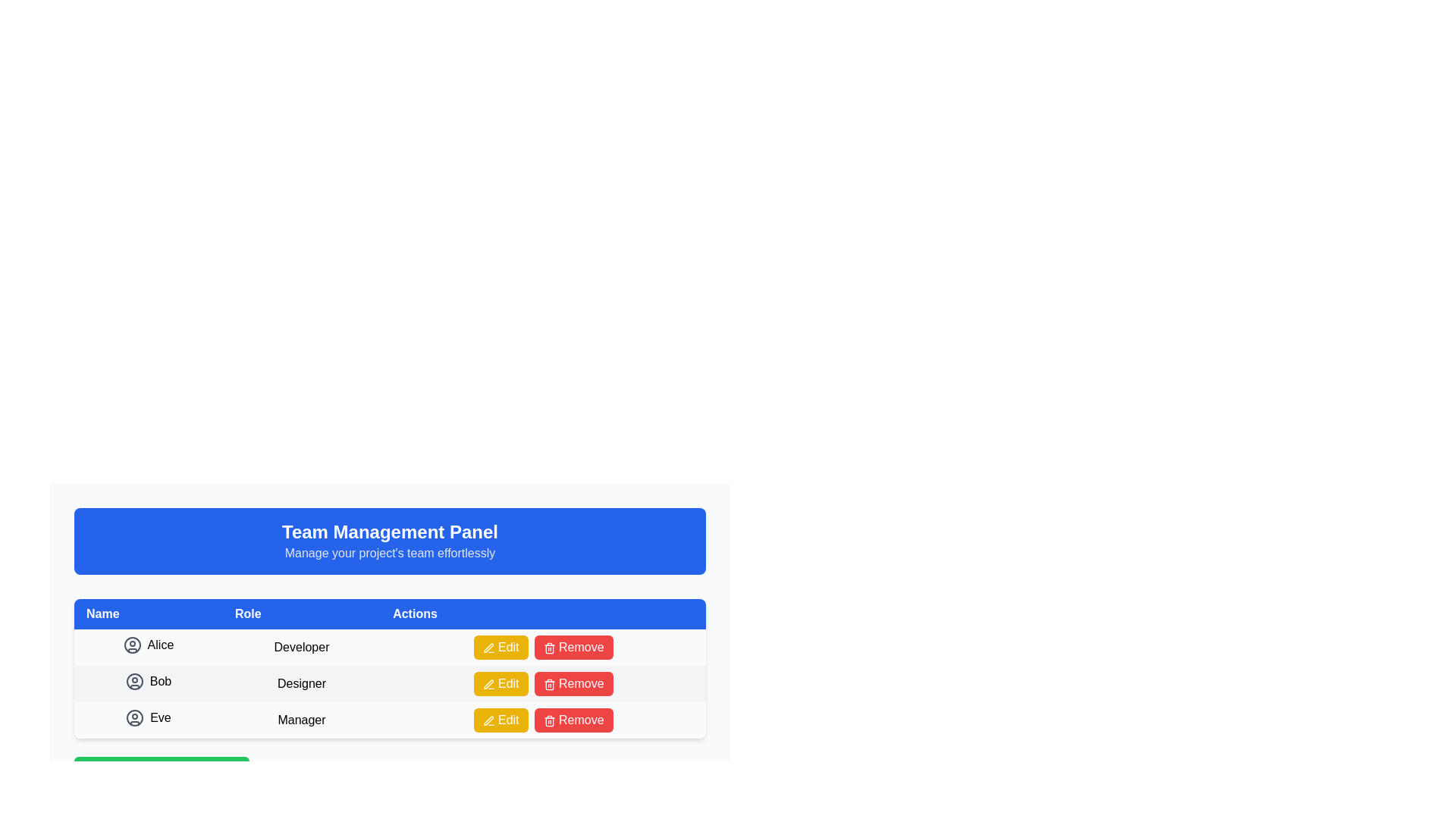 The height and width of the screenshot is (819, 1456). What do you see at coordinates (132, 645) in the screenshot?
I see `the user icon representing 'Alice' in the first row of the table under the 'Name' column` at bounding box center [132, 645].